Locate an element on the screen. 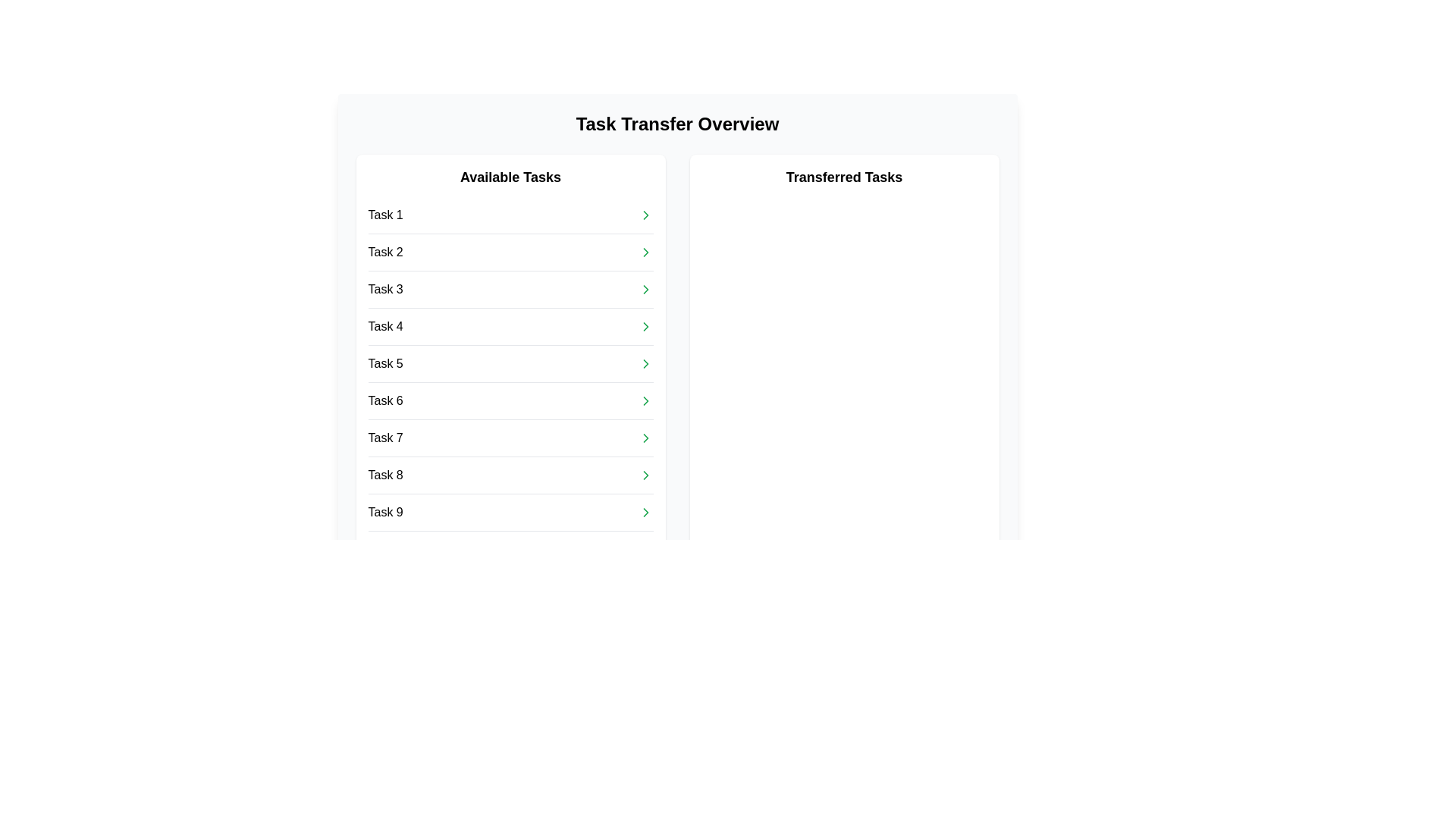  the text label displaying 'Task 4' in the list of 'Available Tasks', which is the fourth item in the vertical arrangement is located at coordinates (385, 326).